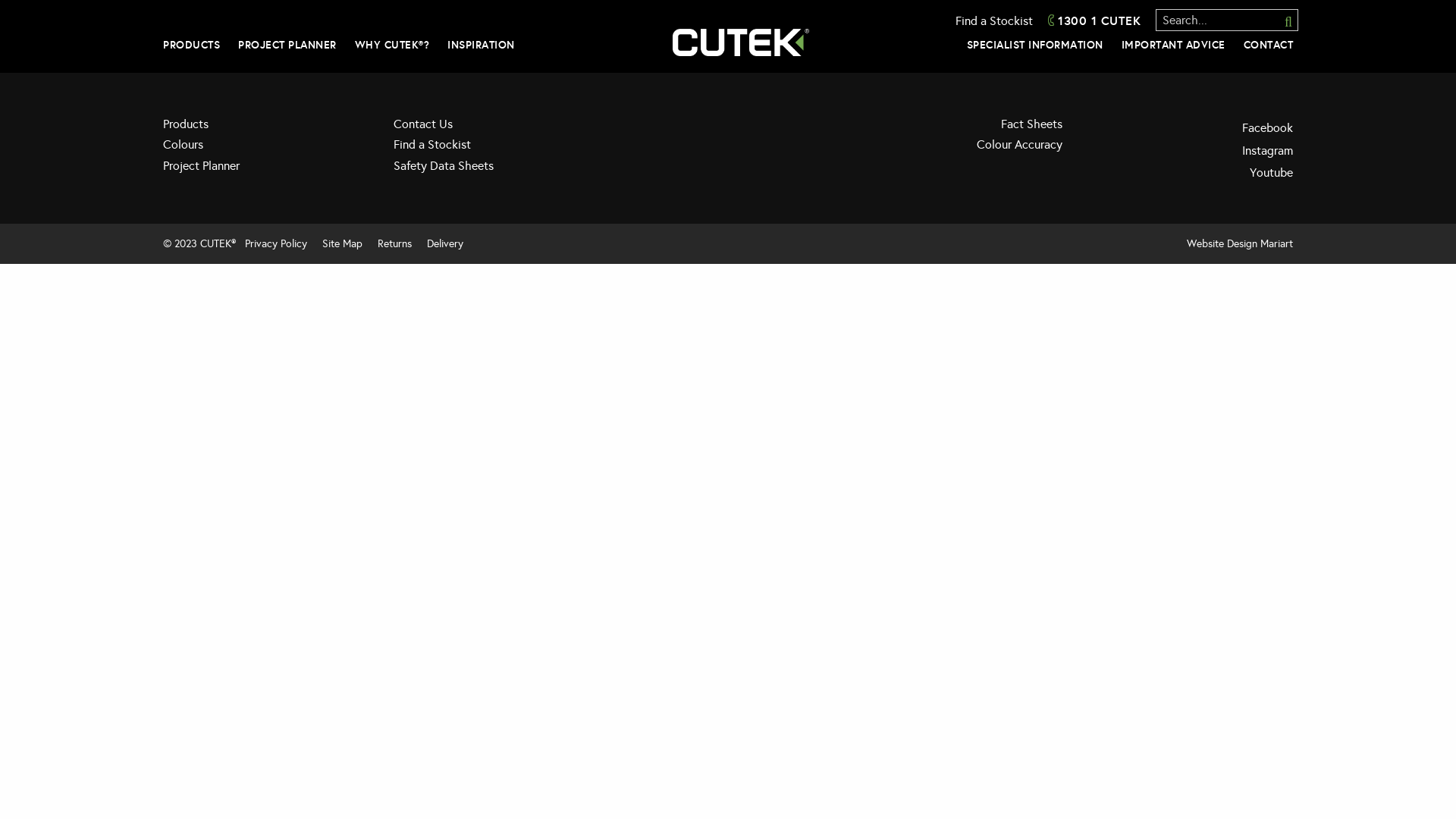 The width and height of the screenshot is (1456, 819). What do you see at coordinates (965, 43) in the screenshot?
I see `'SPECIALIST INFORMATION'` at bounding box center [965, 43].